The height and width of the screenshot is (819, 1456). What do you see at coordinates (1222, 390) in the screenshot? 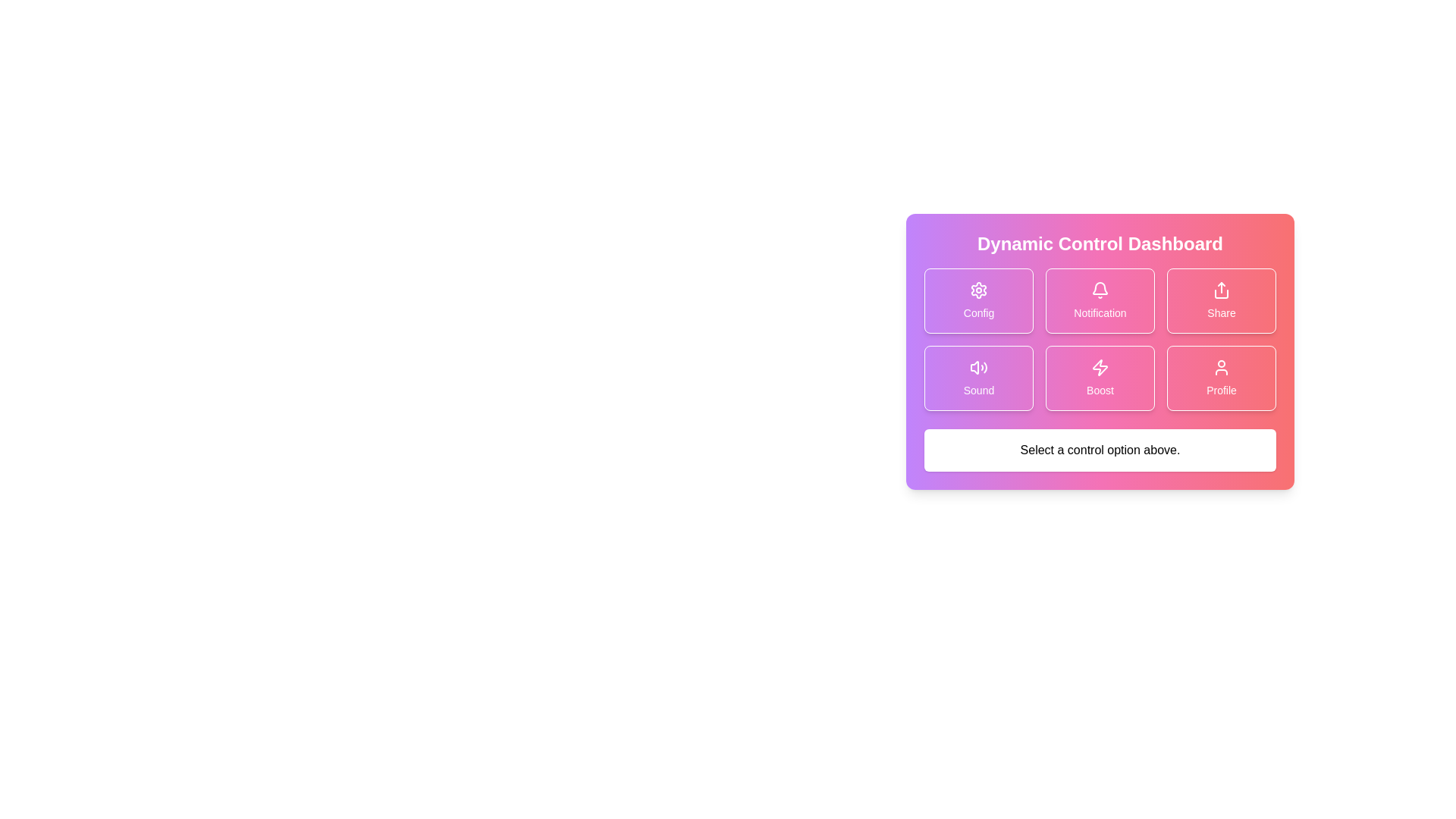
I see `the text label located at the bottom-right corner of the lower grid in the Dynamic Control Dashboard, which describes the user profile icon` at bounding box center [1222, 390].